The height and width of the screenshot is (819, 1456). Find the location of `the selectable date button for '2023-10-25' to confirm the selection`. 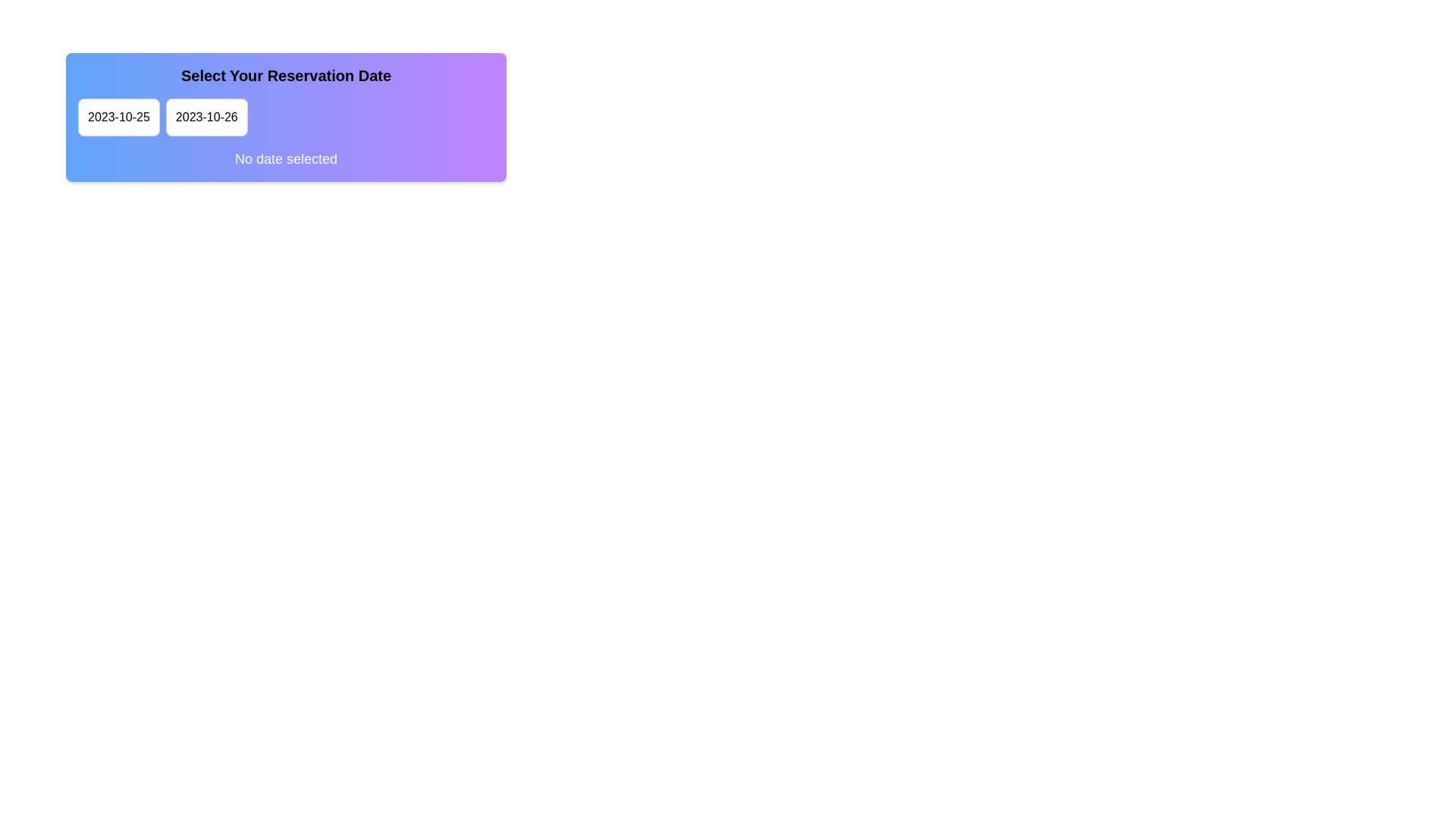

the selectable date button for '2023-10-25' to confirm the selection is located at coordinates (118, 116).